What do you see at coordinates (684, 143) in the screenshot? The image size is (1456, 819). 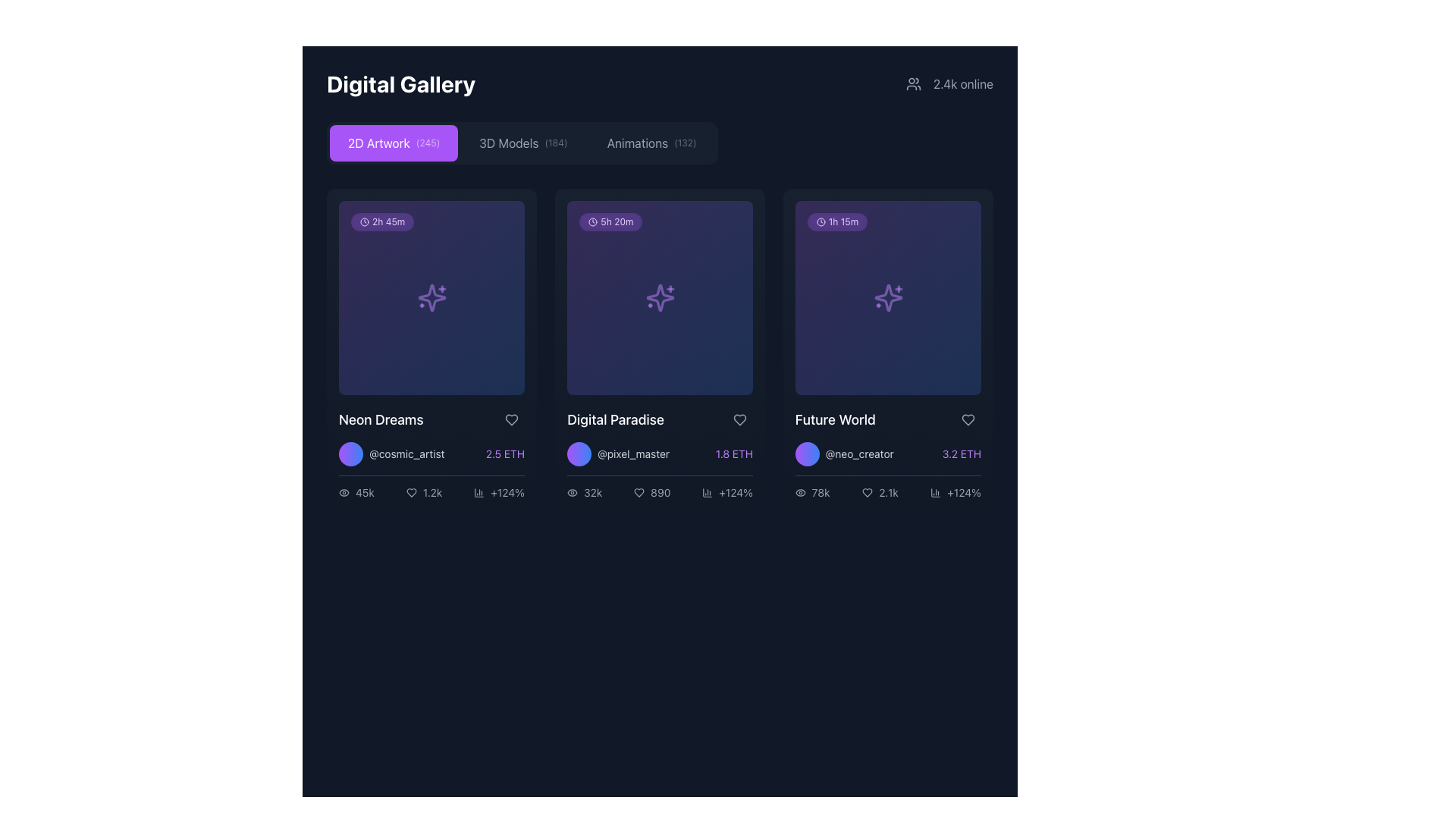 I see `count displayed on the label showing '(132)', which is located to the right of the word 'Animations' in the dark-themed navigation header` at bounding box center [684, 143].